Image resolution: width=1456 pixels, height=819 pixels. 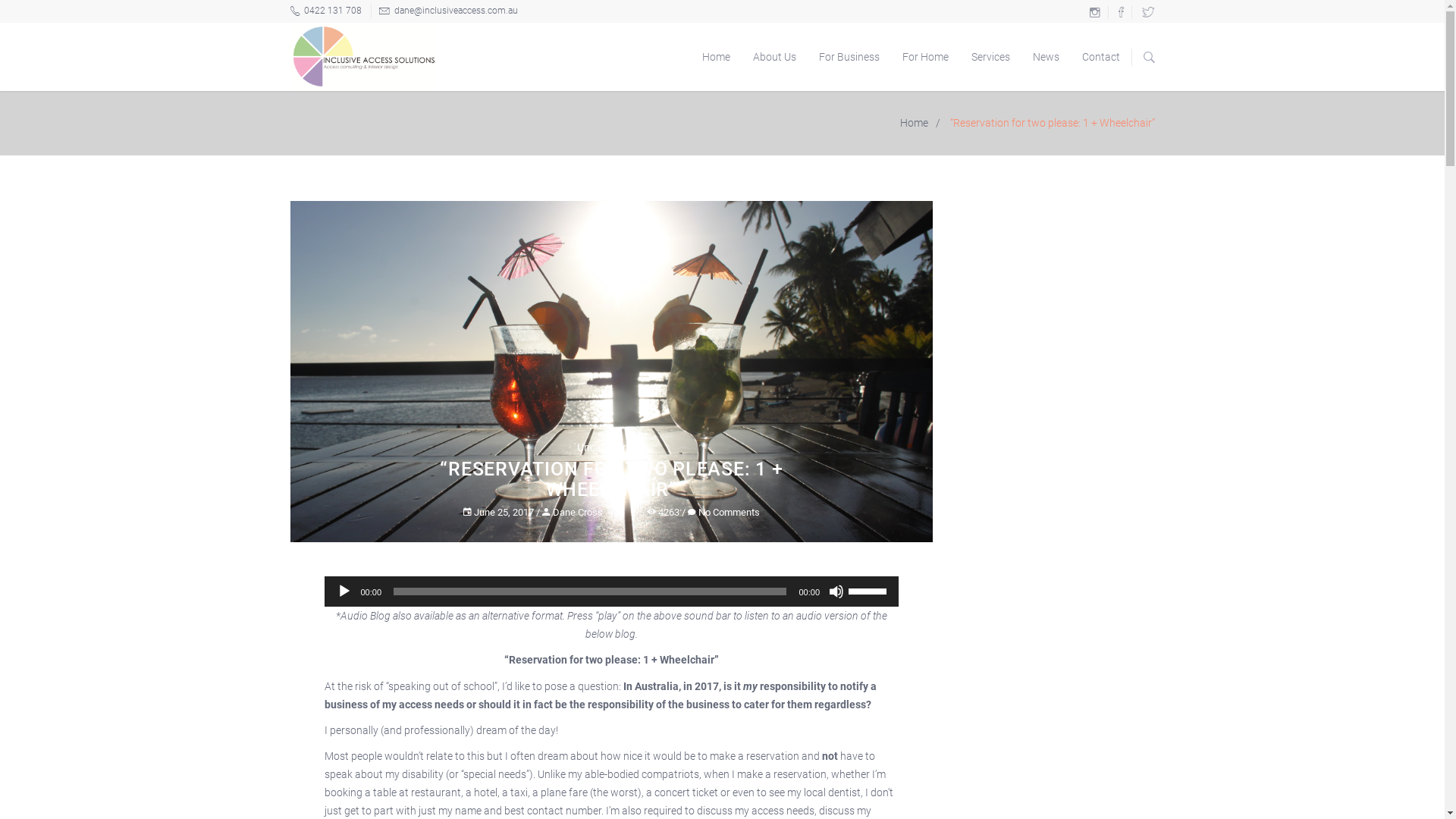 I want to click on 'About Us', so click(x=774, y=55).